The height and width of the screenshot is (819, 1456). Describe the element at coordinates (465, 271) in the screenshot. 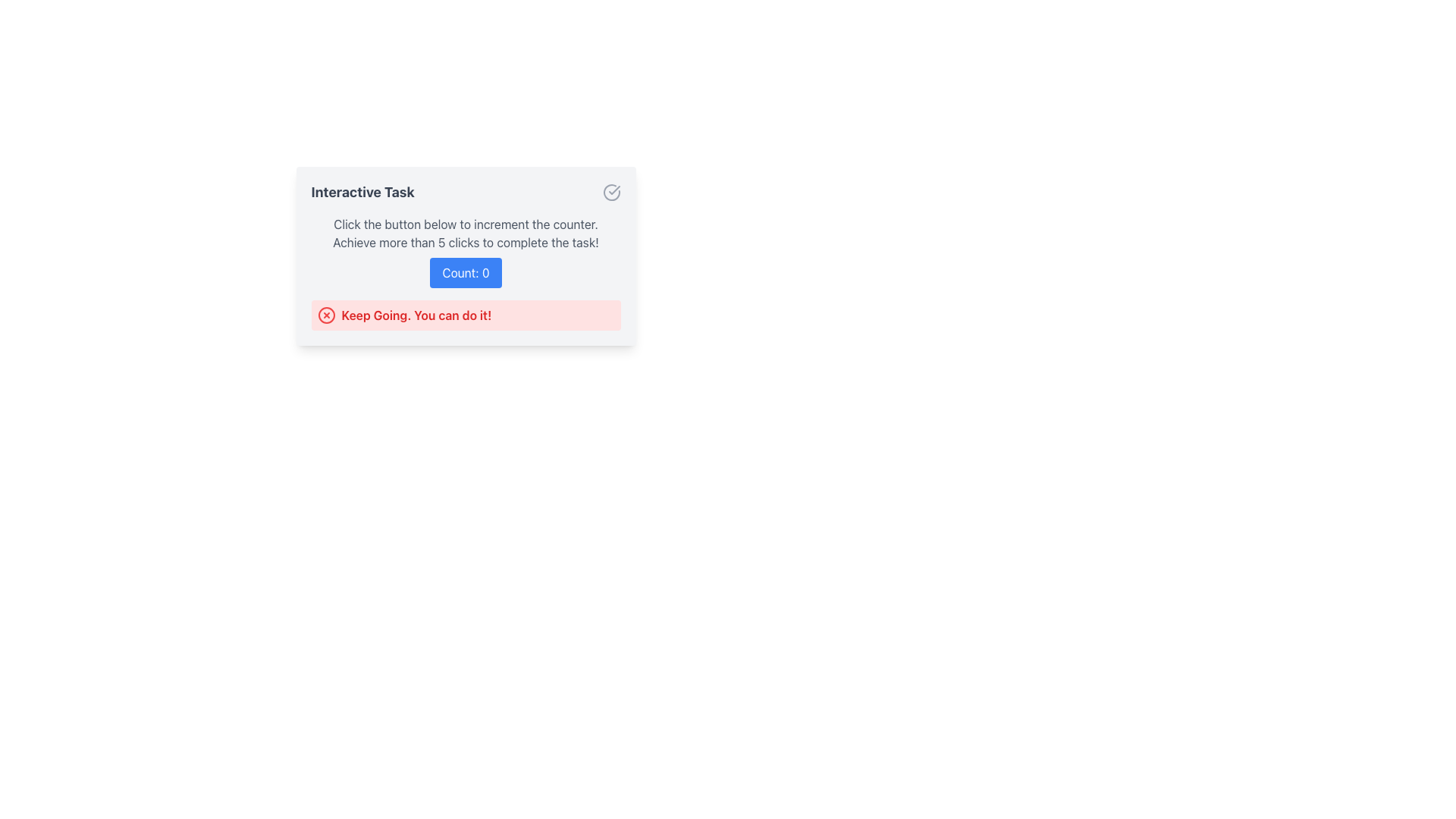

I see `the increment button located centrally below the descriptive text block to increase the counter` at that location.